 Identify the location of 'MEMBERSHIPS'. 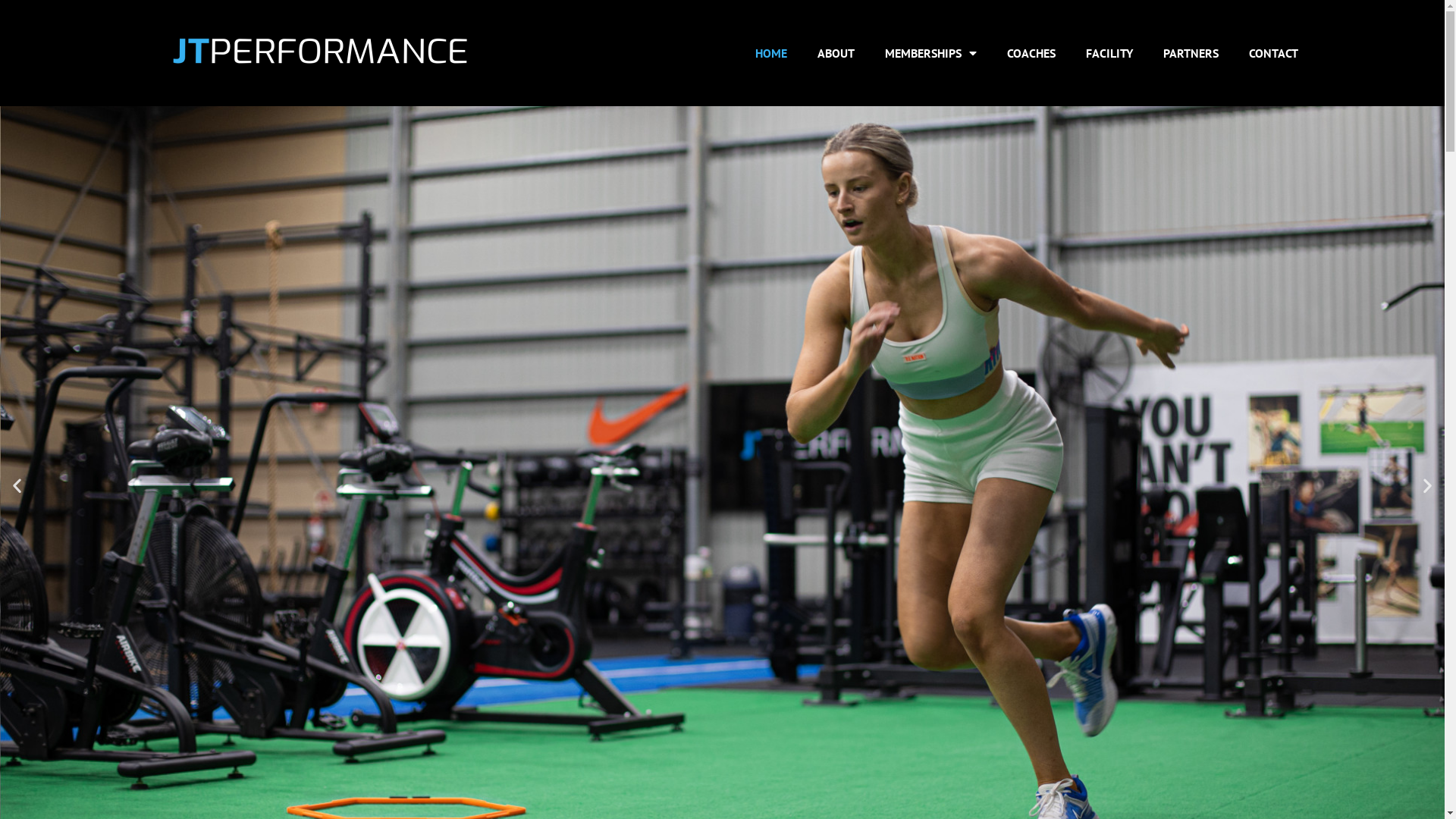
(930, 52).